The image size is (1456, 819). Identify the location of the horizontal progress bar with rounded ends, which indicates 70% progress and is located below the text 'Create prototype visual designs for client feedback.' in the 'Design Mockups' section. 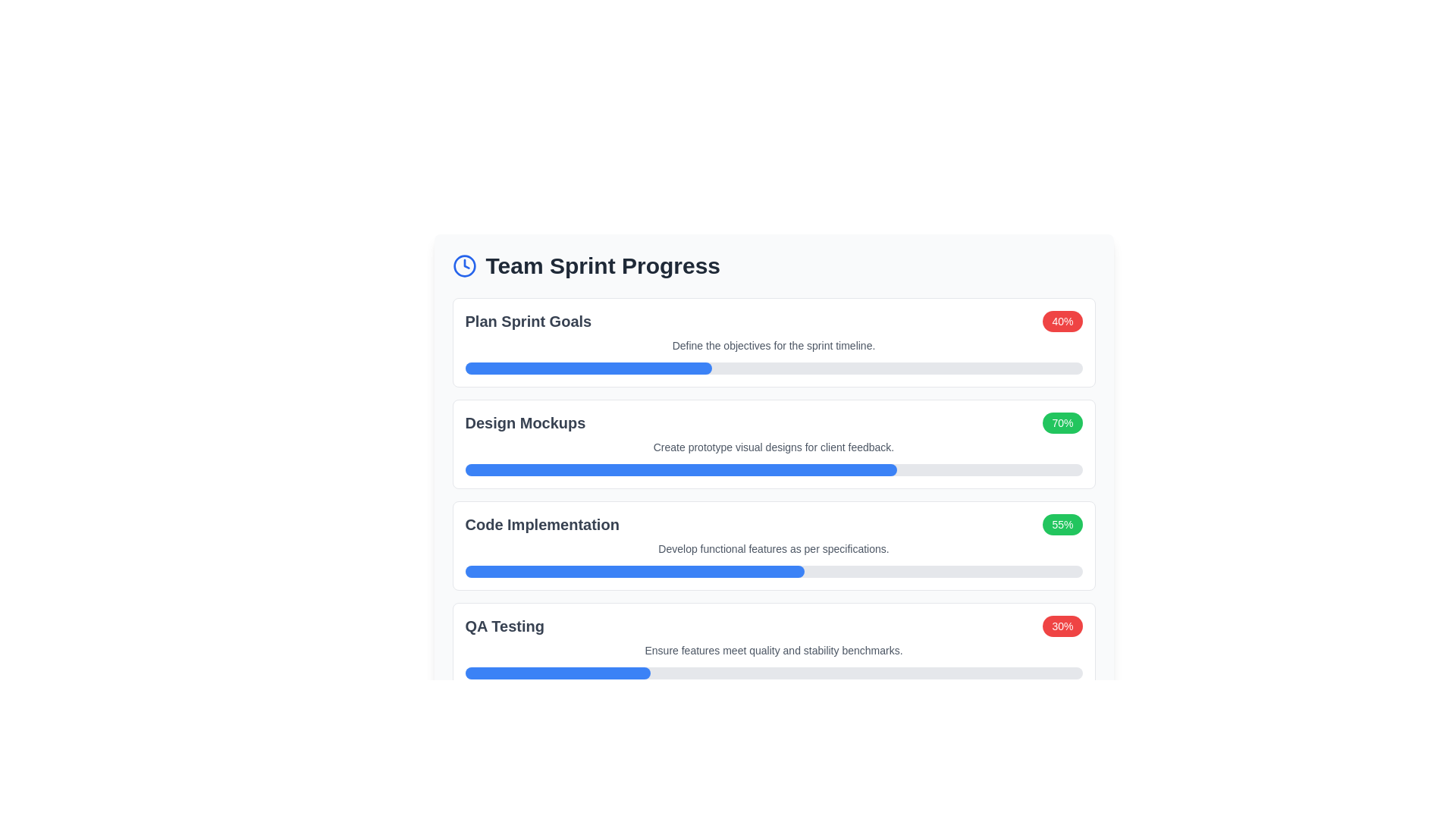
(773, 469).